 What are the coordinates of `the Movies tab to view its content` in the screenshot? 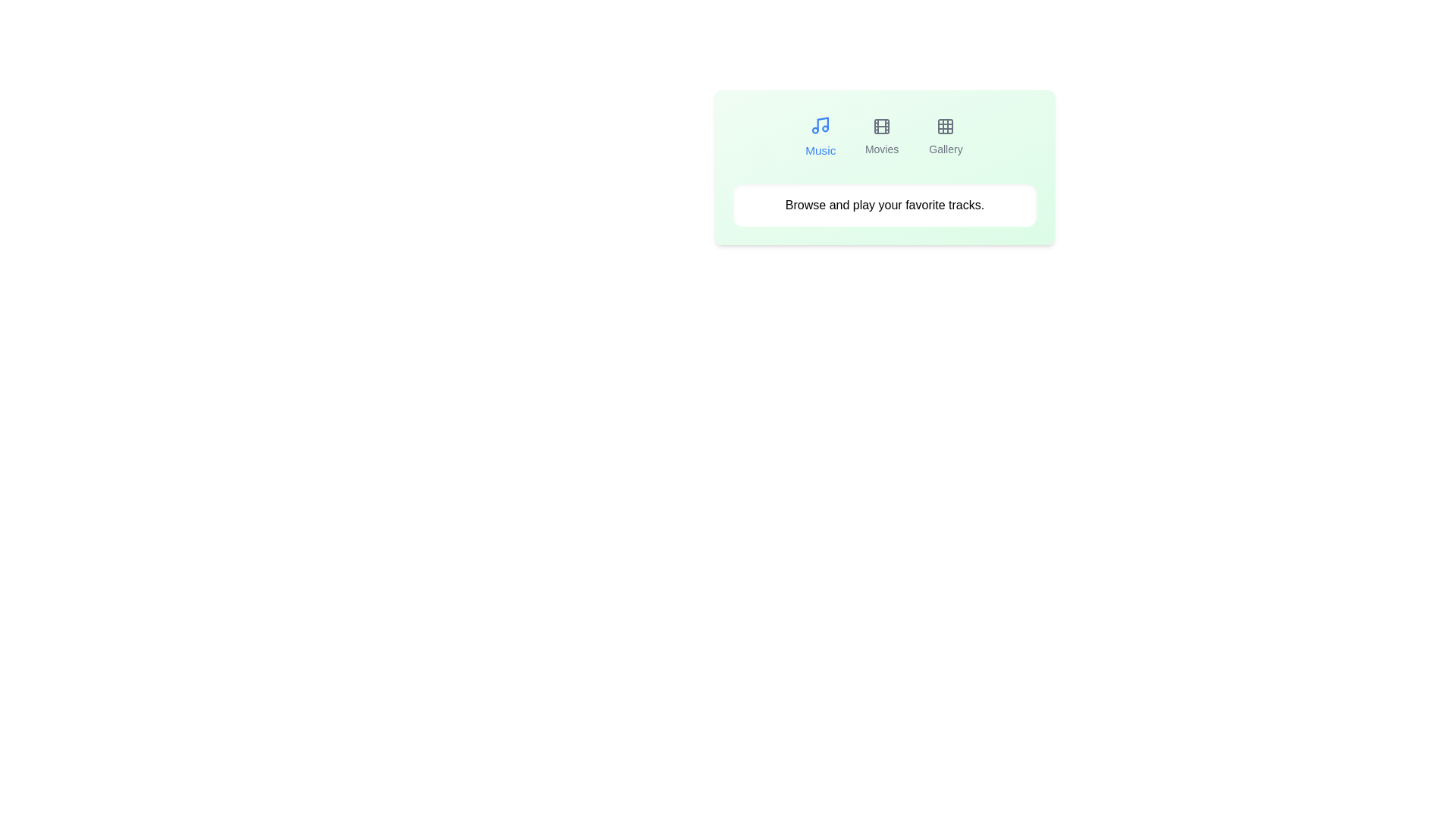 It's located at (881, 137).